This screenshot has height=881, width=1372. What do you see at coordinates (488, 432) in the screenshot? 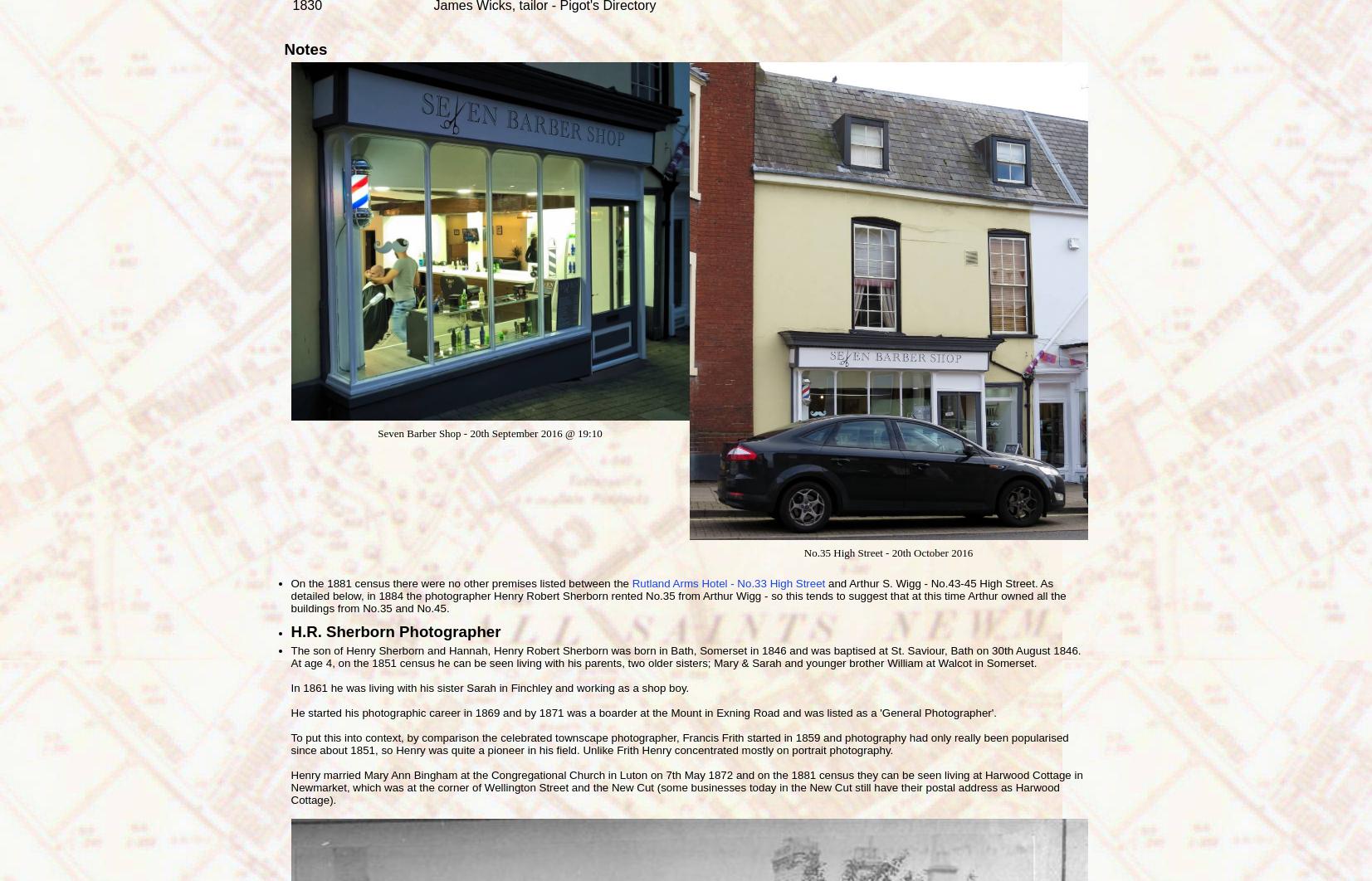
I see `'Seven Barber Shop - 20th 
                    September 2016 @ 19:10'` at bounding box center [488, 432].